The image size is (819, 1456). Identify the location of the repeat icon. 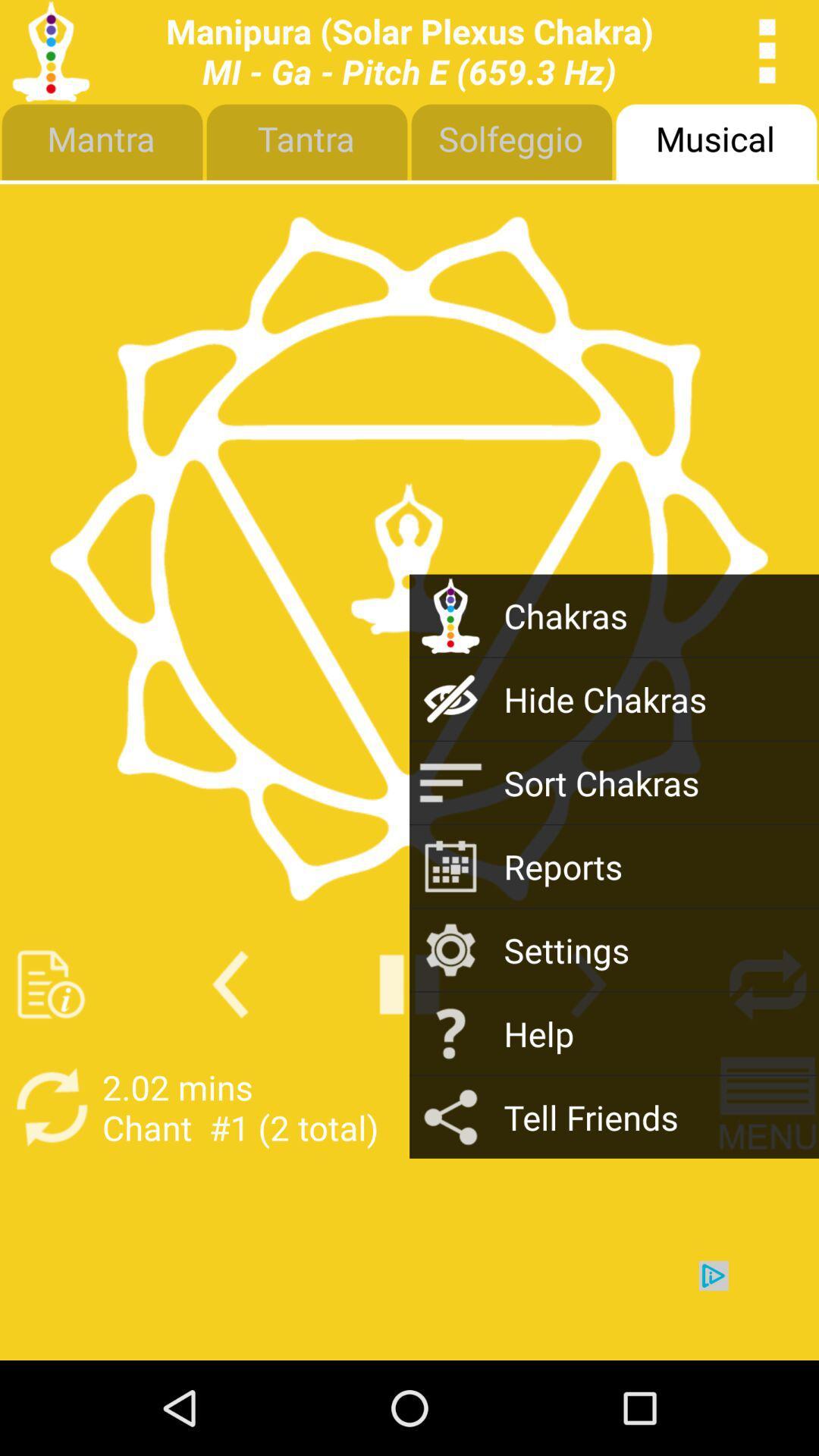
(767, 1053).